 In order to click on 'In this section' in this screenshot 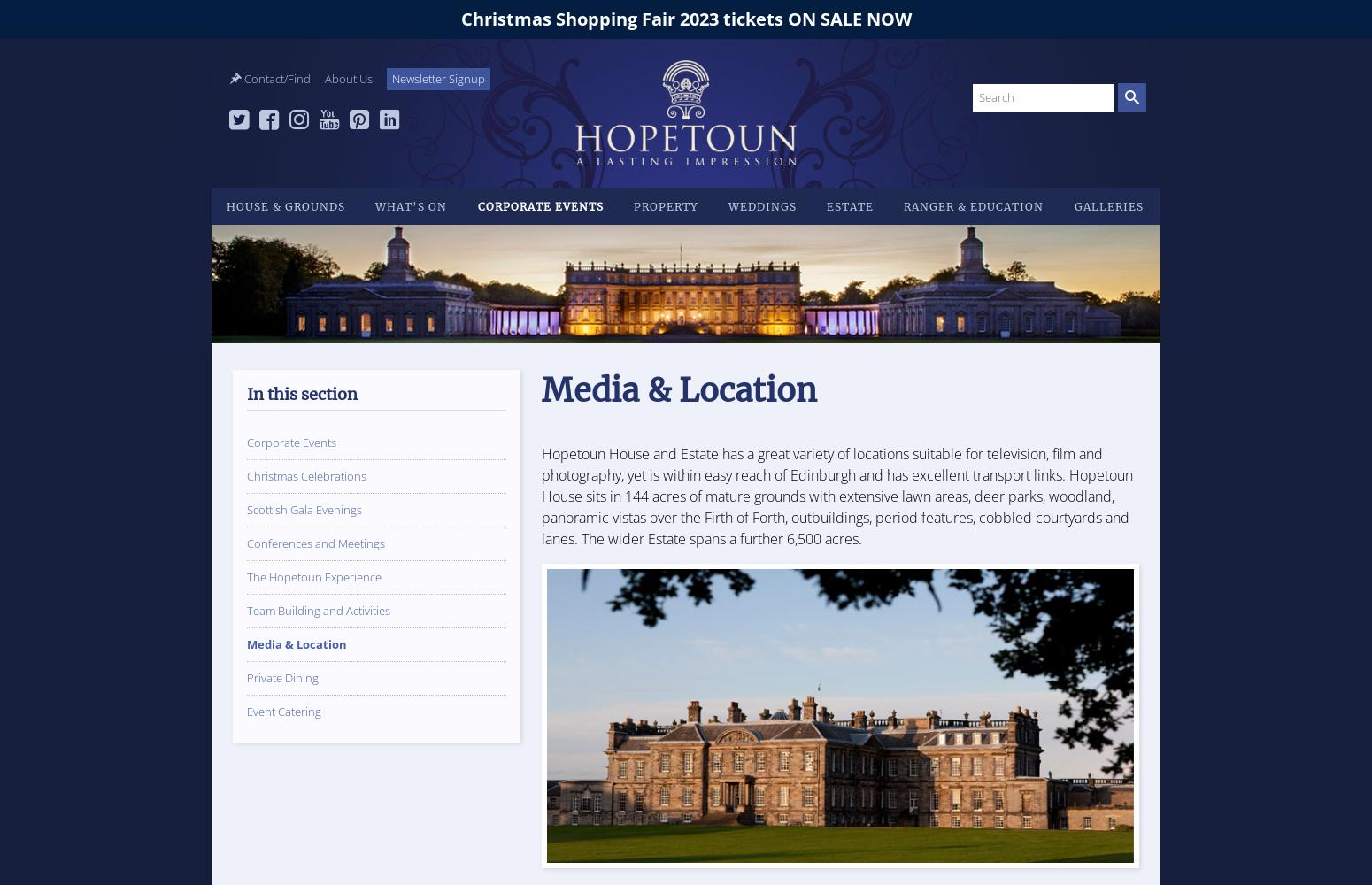, I will do `click(300, 393)`.